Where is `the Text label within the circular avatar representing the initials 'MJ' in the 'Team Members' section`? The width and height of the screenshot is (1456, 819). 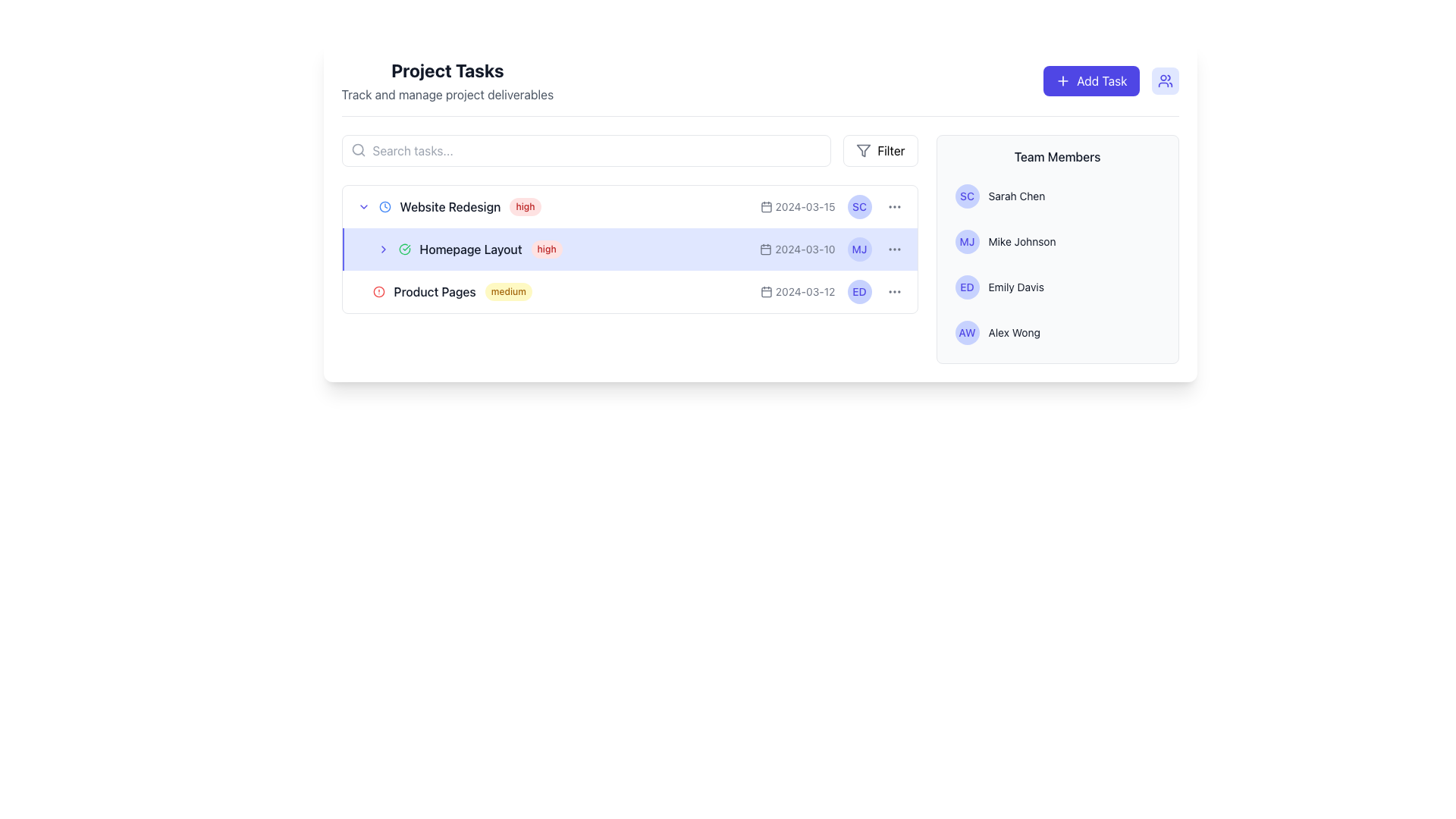
the Text label within the circular avatar representing the initials 'MJ' in the 'Team Members' section is located at coordinates (859, 248).